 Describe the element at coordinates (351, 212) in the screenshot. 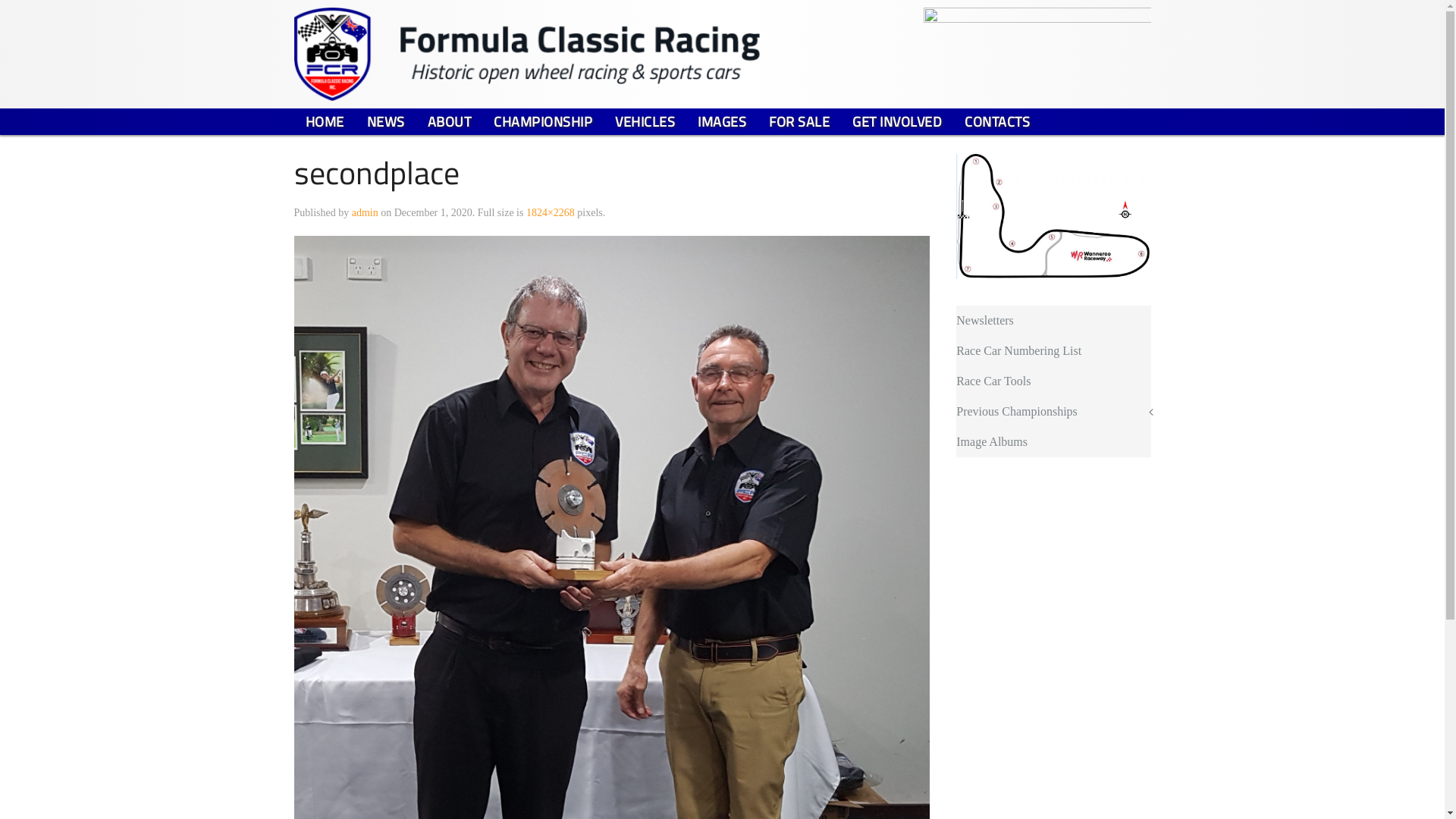

I see `'admin'` at that location.